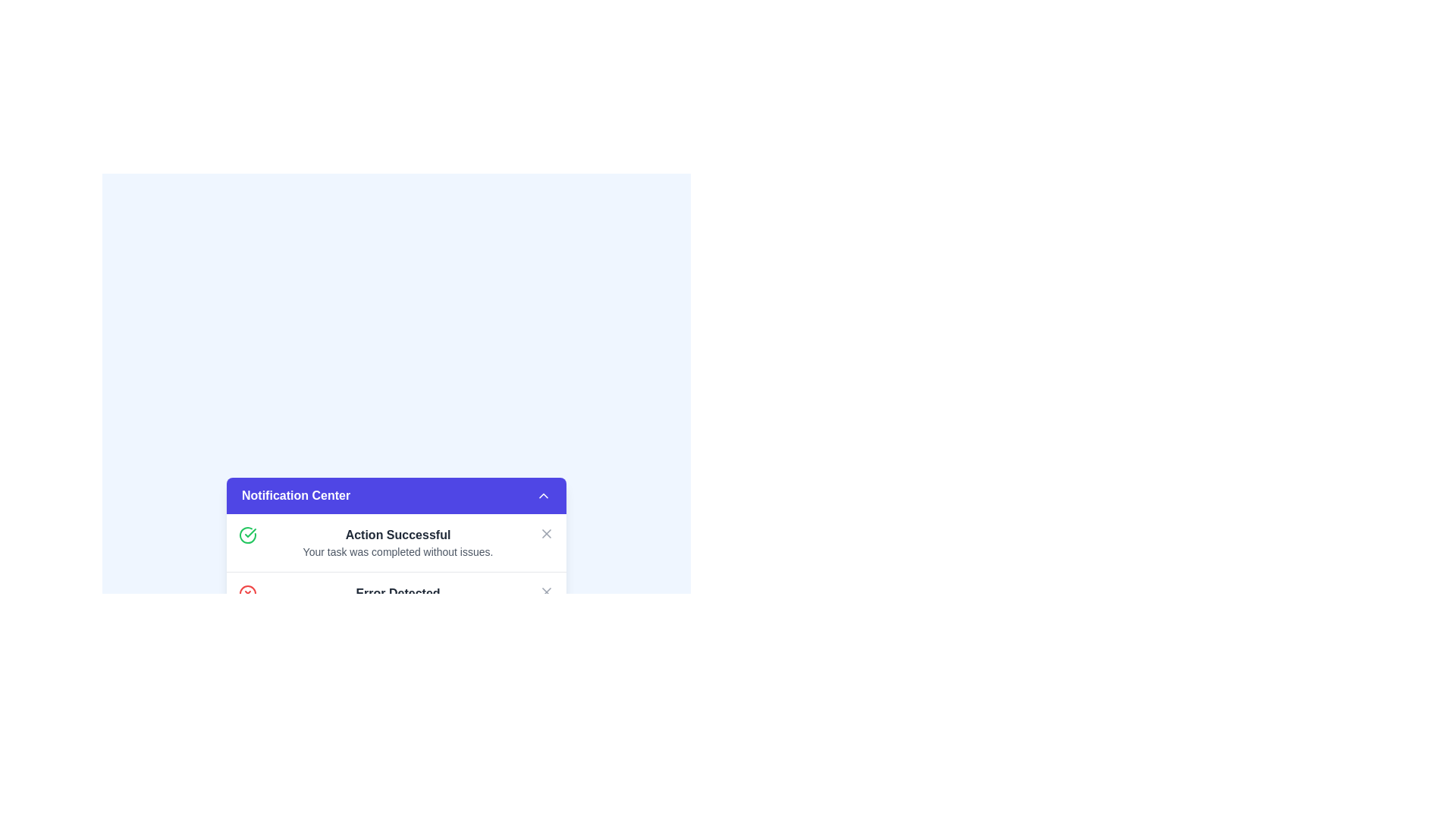 This screenshot has width=1456, height=819. Describe the element at coordinates (397, 534) in the screenshot. I see `text label that serves as a header within the notification, indicating successful completion of an action` at that location.